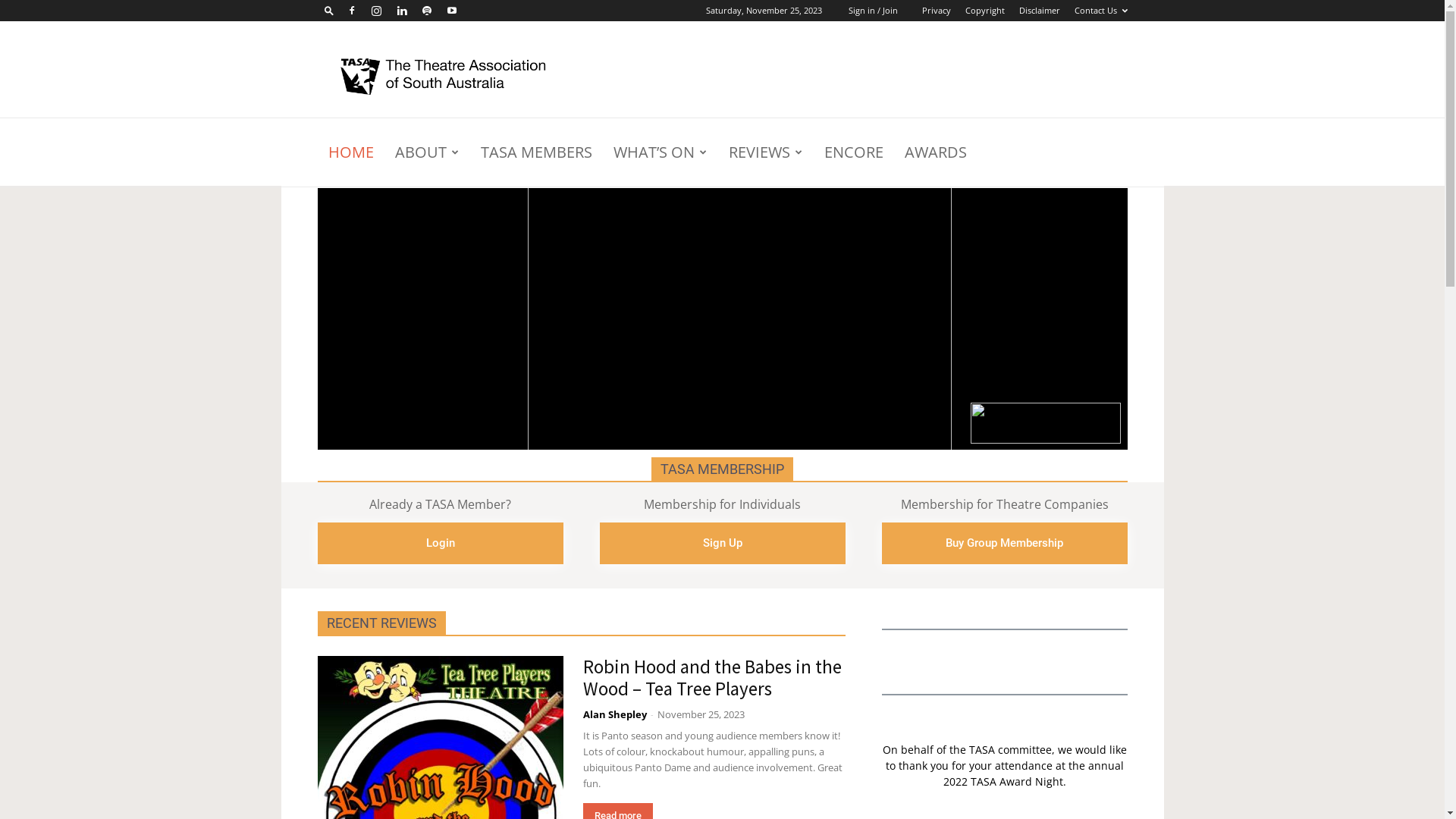 This screenshot has height=819, width=1456. What do you see at coordinates (1039, 10) in the screenshot?
I see `'Disclaimer'` at bounding box center [1039, 10].